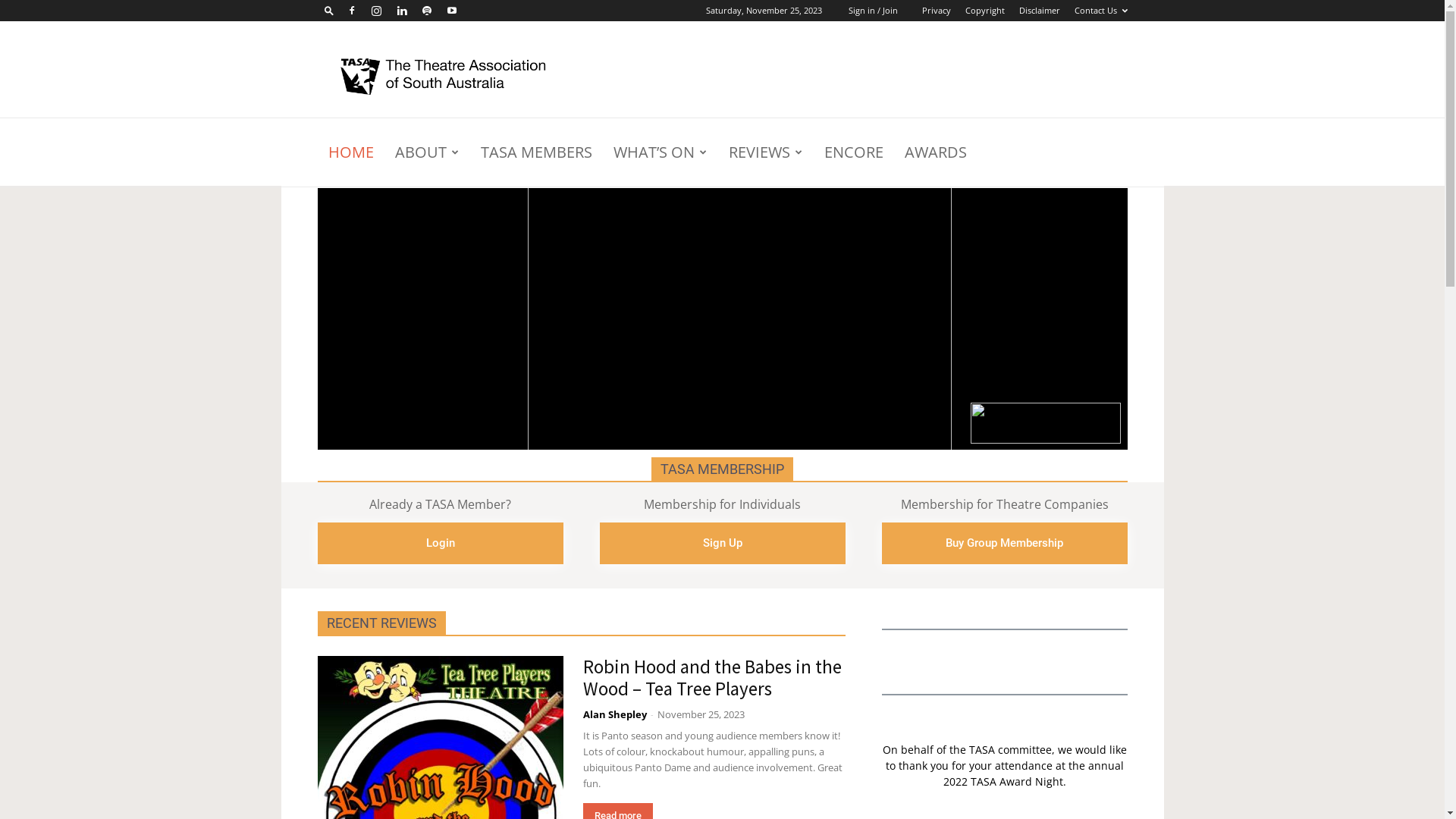 This screenshot has height=819, width=1456. What do you see at coordinates (1039, 10) in the screenshot?
I see `'Disclaimer'` at bounding box center [1039, 10].